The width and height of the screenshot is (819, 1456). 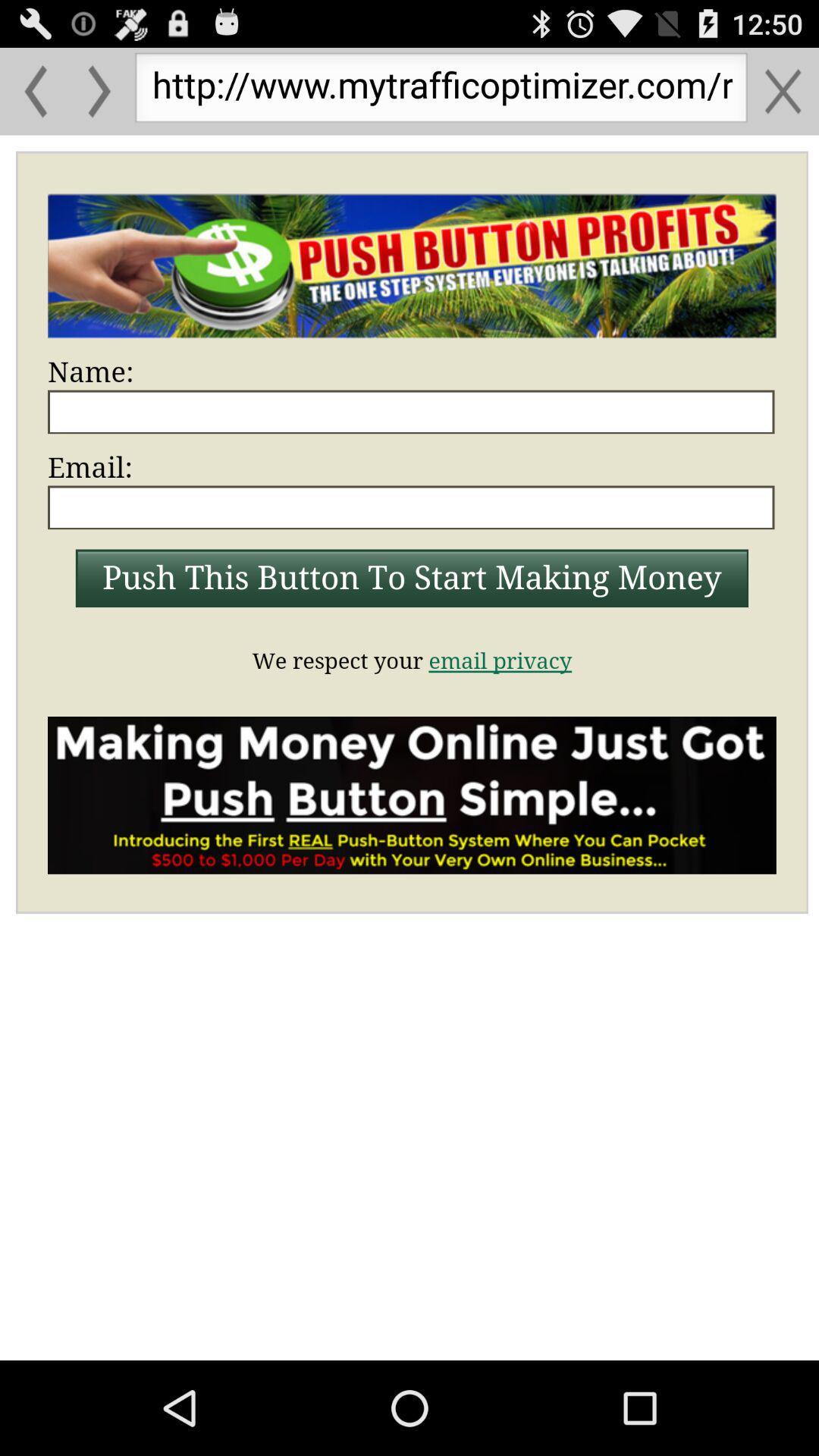 What do you see at coordinates (783, 90) in the screenshot?
I see `the button is used to close the page` at bounding box center [783, 90].